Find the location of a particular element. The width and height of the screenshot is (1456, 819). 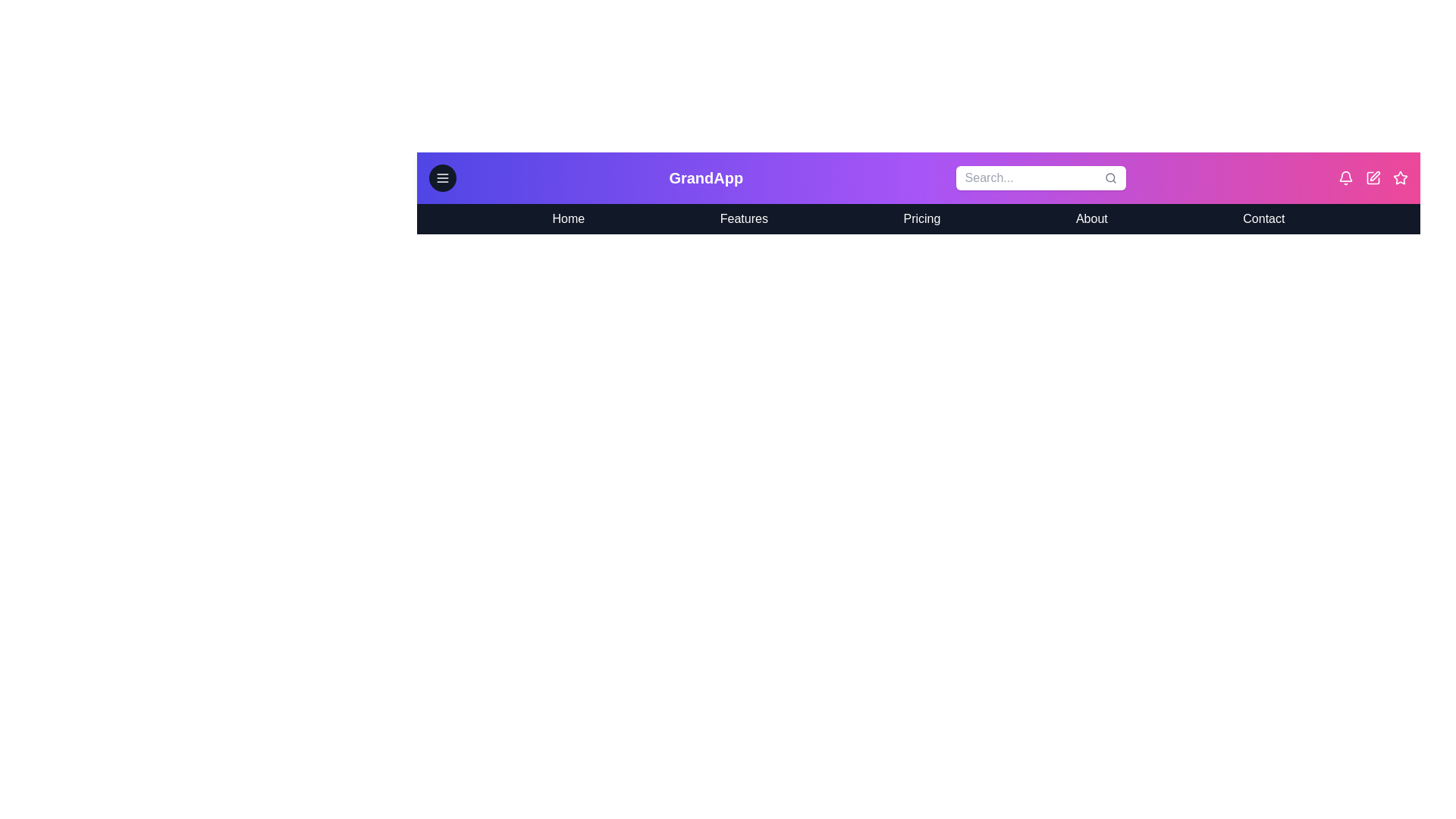

the edit icon in the app bar is located at coordinates (1373, 177).